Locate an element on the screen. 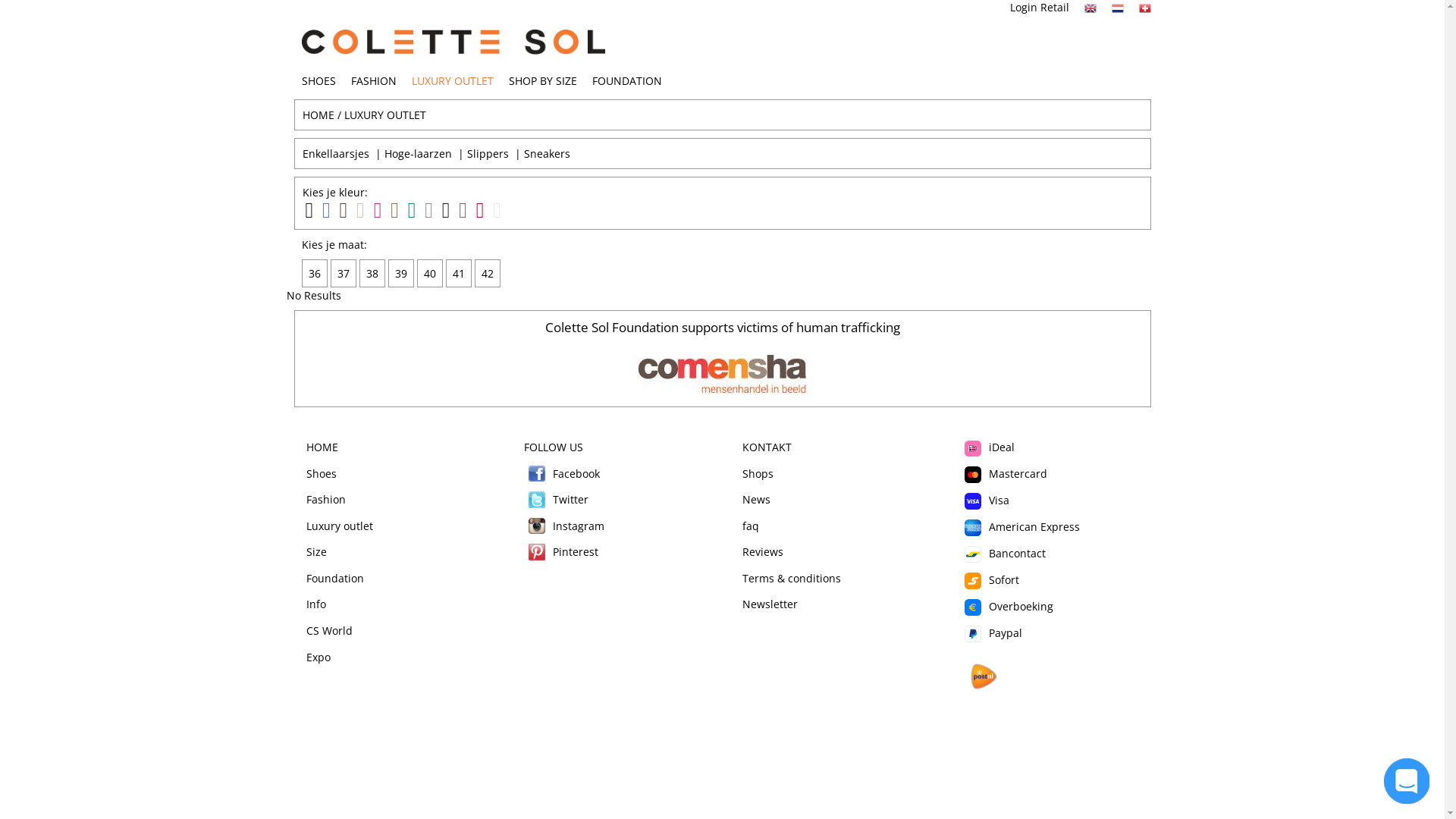  ' Pinterest' is located at coordinates (560, 551).